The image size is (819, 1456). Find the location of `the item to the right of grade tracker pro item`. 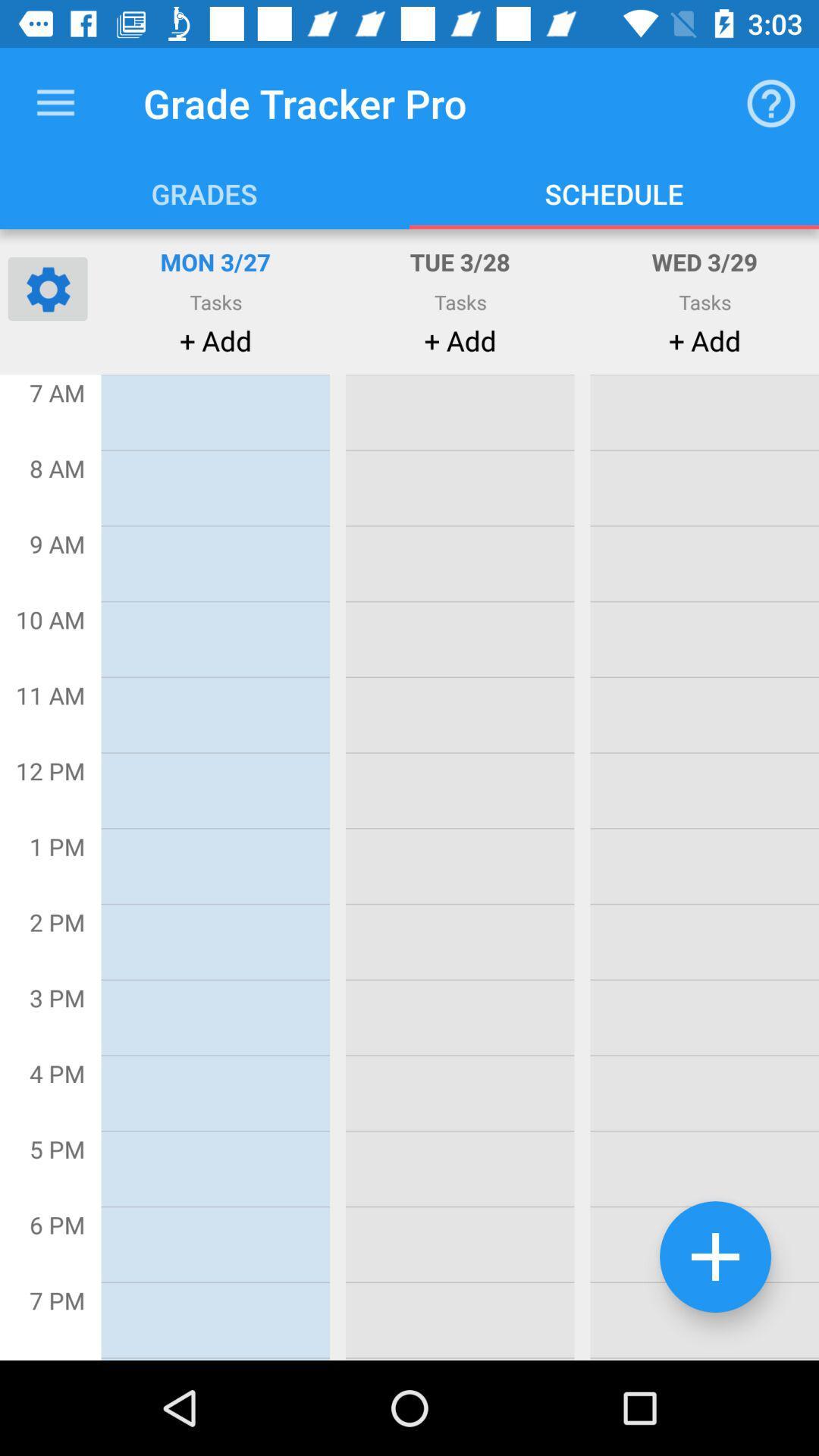

the item to the right of grade tracker pro item is located at coordinates (771, 102).